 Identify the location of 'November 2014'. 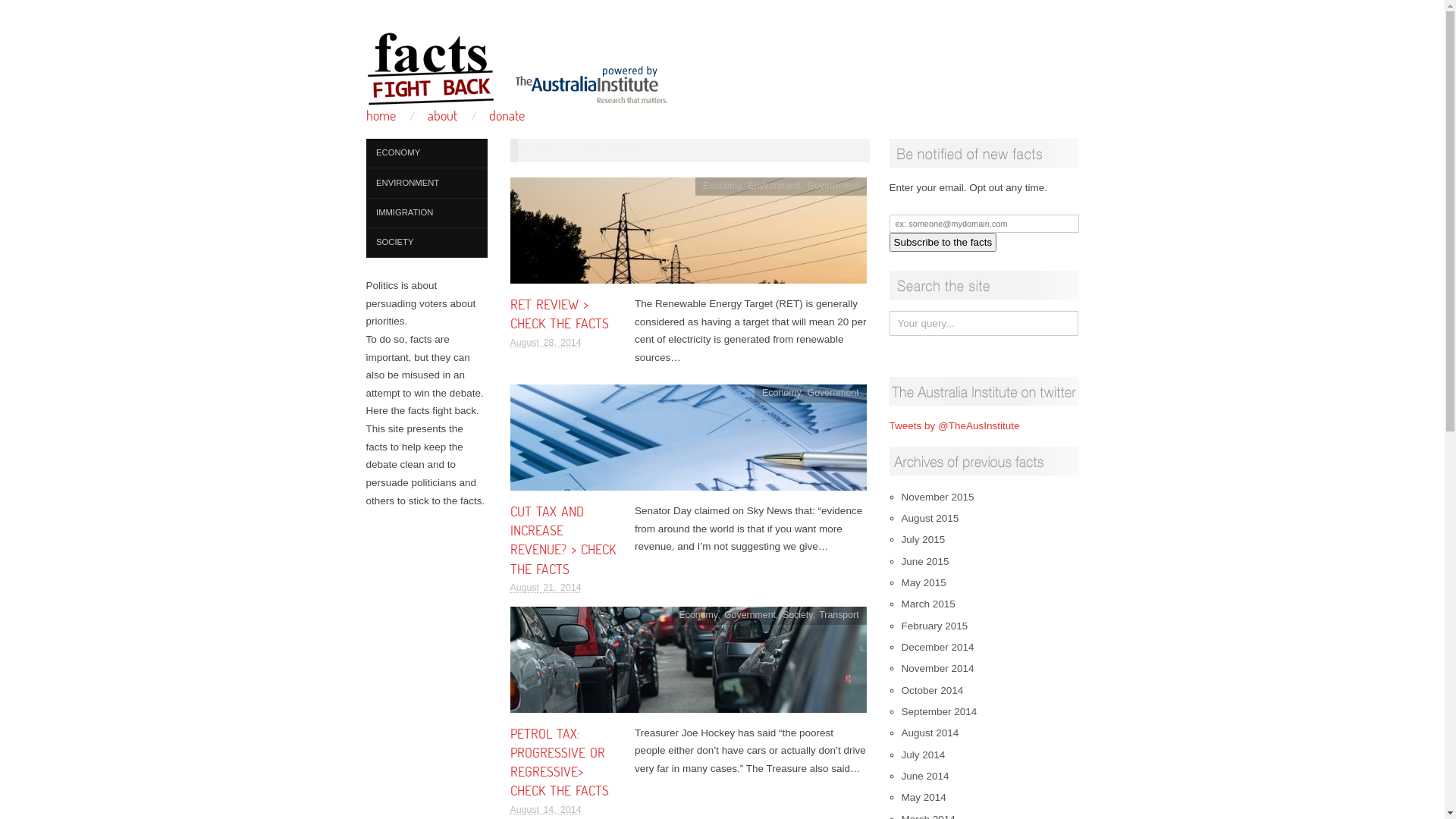
(937, 667).